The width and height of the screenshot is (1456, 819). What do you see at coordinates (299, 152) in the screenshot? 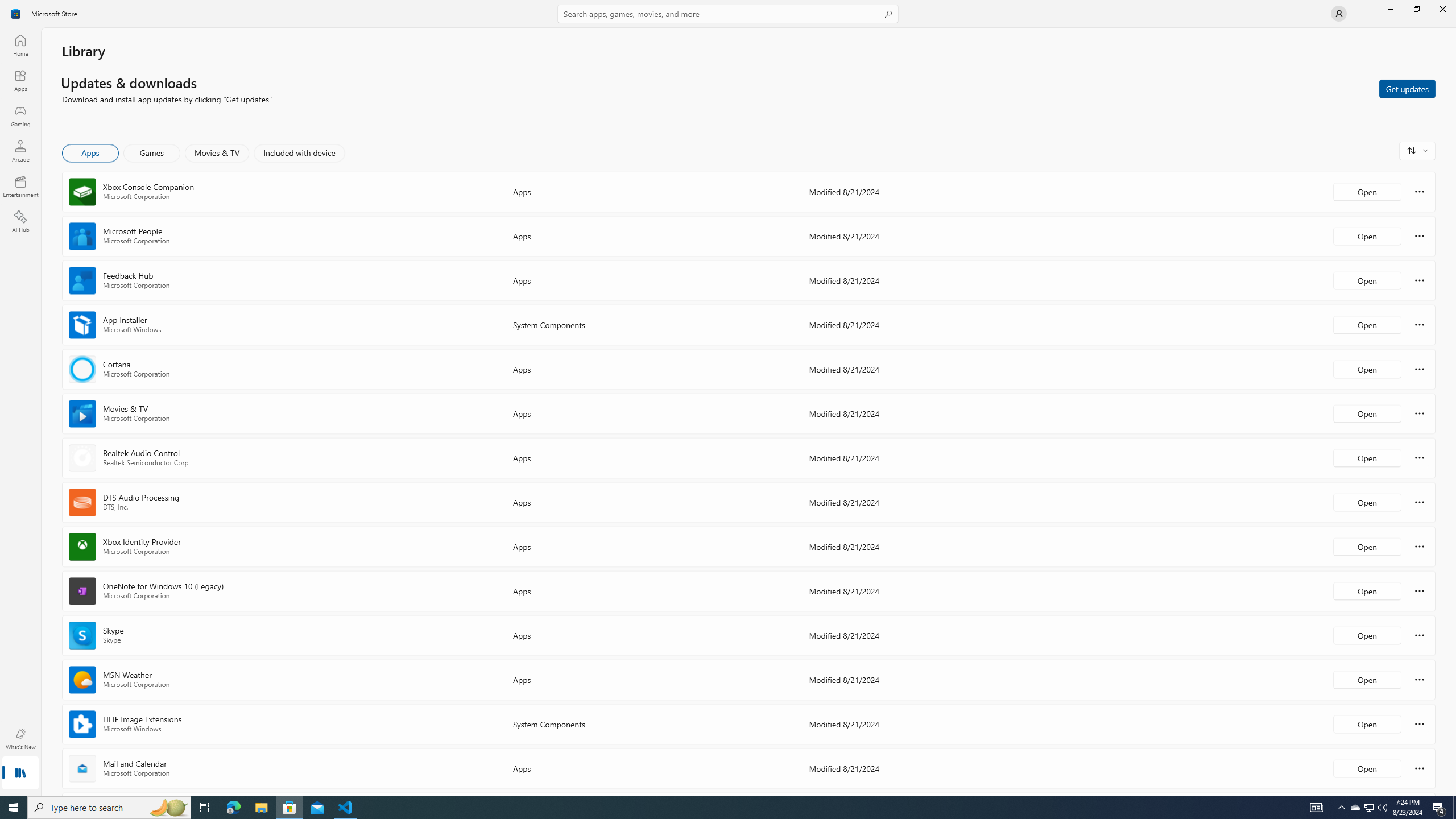
I see `'Included with device'` at bounding box center [299, 152].